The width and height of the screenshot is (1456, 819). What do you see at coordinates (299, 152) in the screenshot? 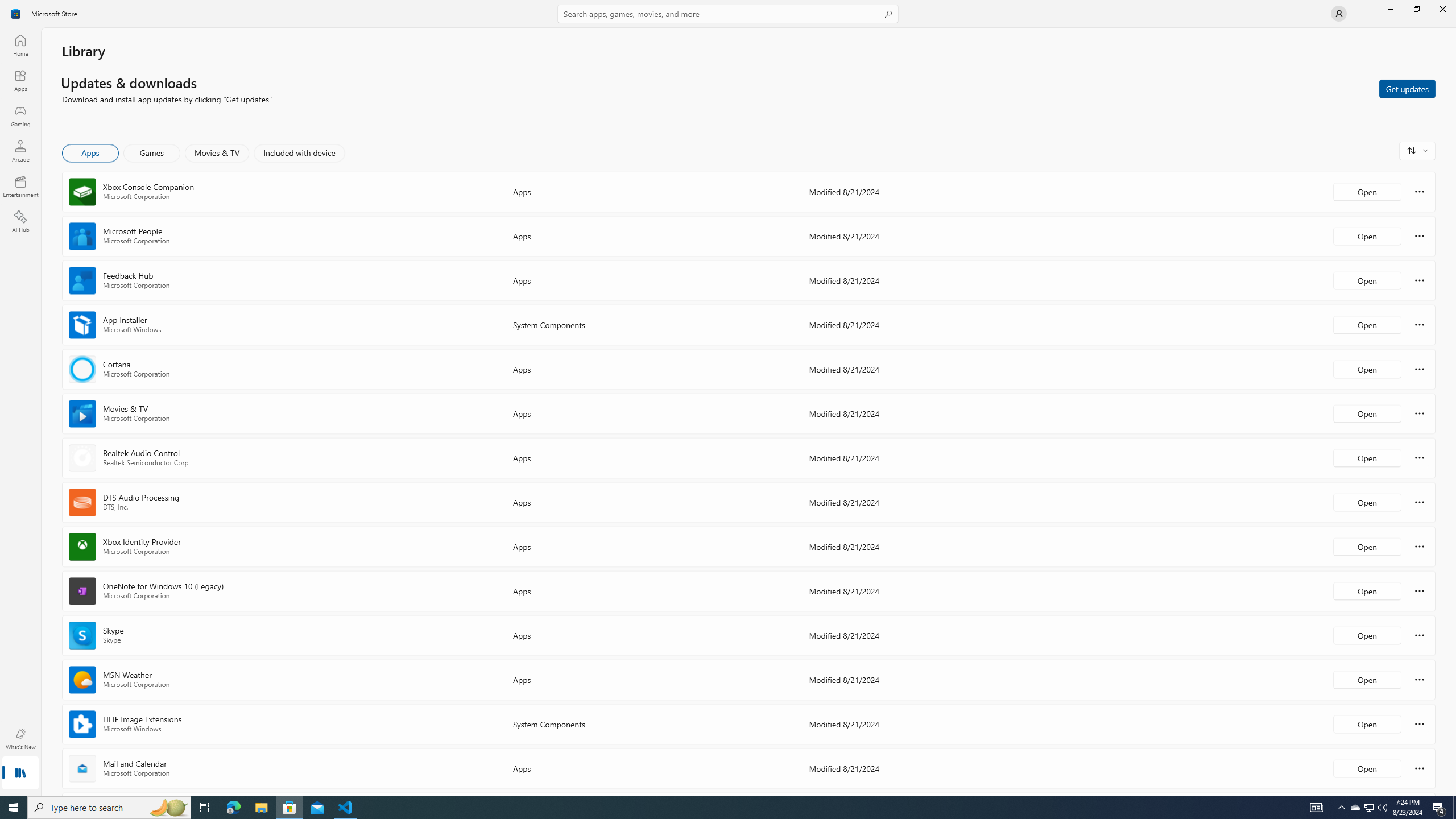
I see `'Included with device'` at bounding box center [299, 152].